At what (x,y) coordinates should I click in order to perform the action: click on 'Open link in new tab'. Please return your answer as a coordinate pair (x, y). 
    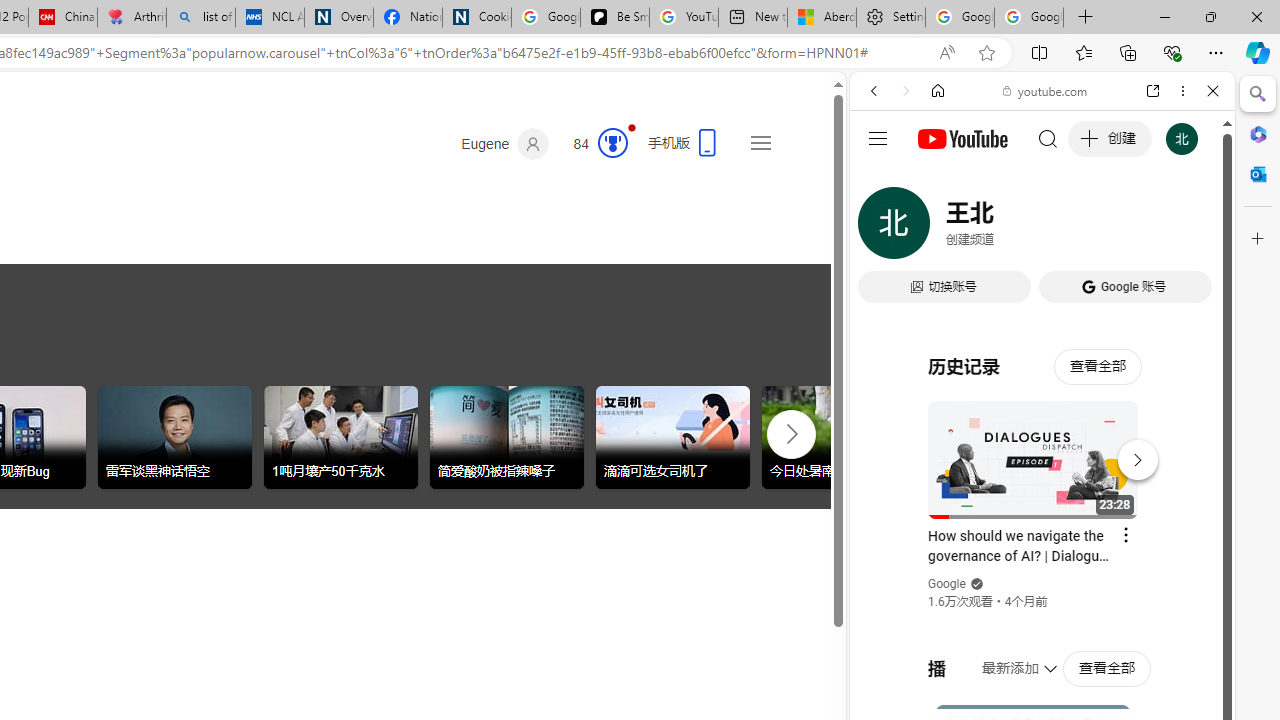
    Looking at the image, I should click on (1153, 91).